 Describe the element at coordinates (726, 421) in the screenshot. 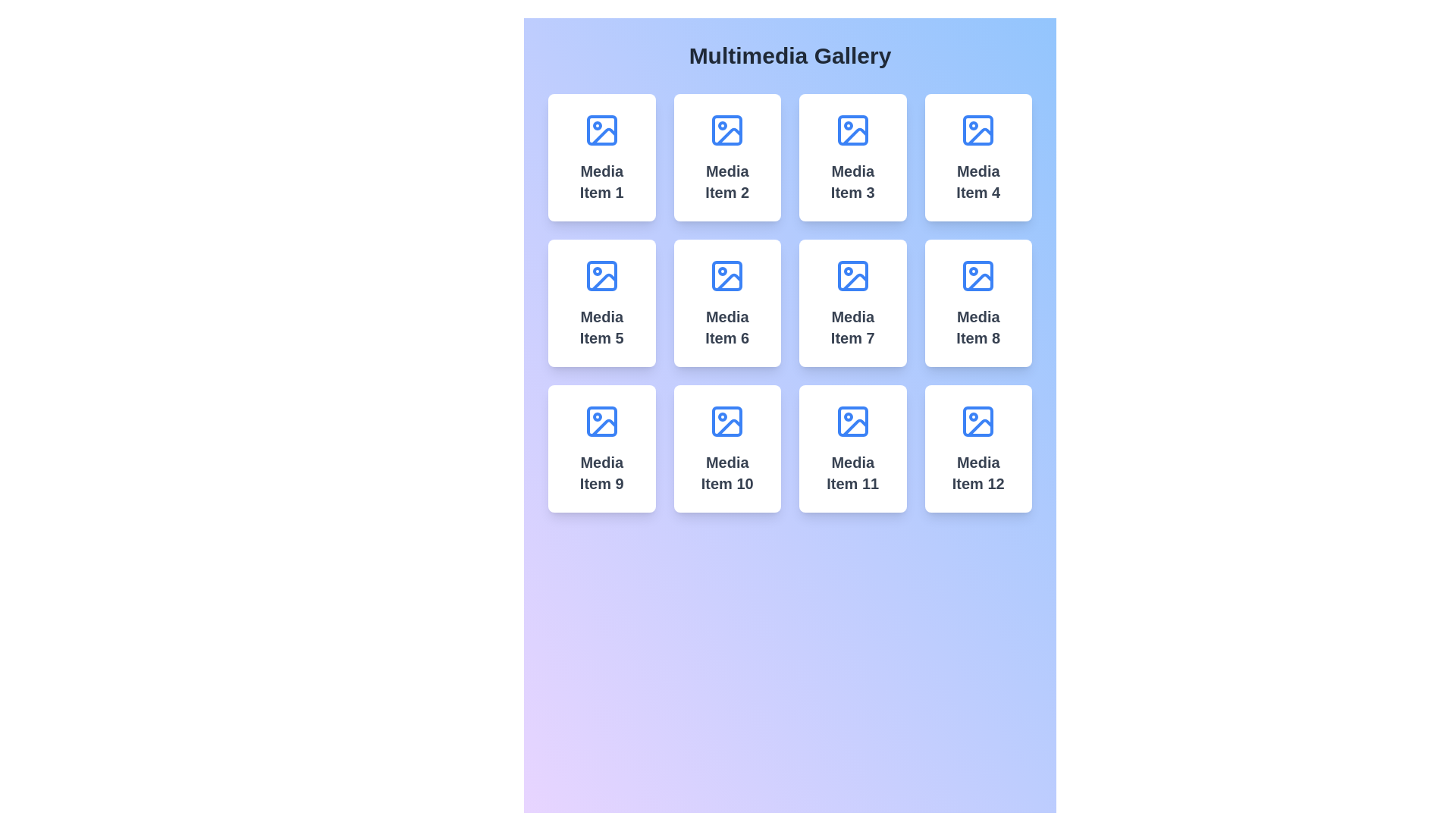

I see `the small blue rectangle with rounded corners representing 'Media Item 10' to focus on the media item` at that location.